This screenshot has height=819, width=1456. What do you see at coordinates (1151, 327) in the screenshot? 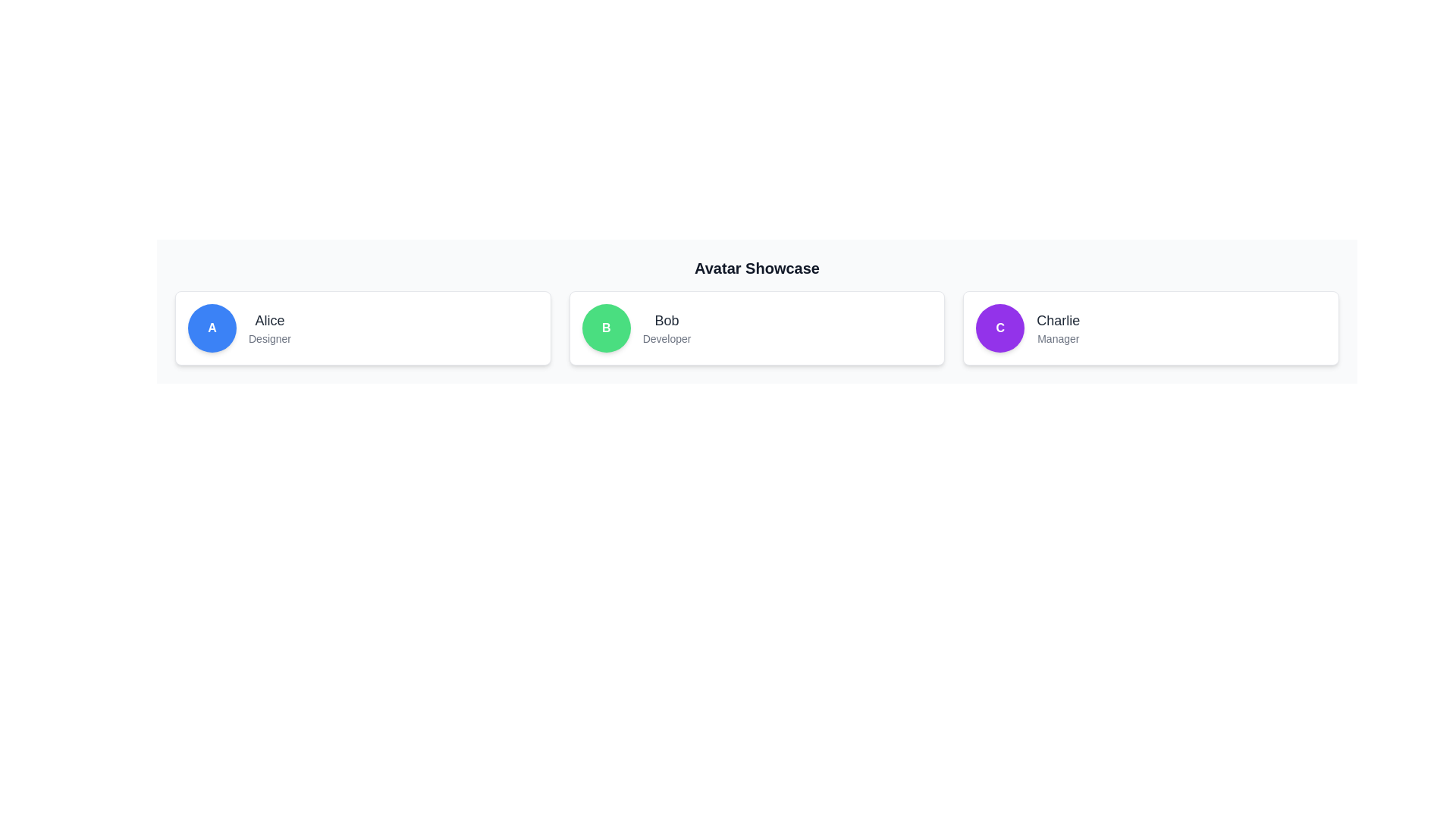
I see `the third card component in the grid layout which displays information about an individual, specifically their name and title` at bounding box center [1151, 327].